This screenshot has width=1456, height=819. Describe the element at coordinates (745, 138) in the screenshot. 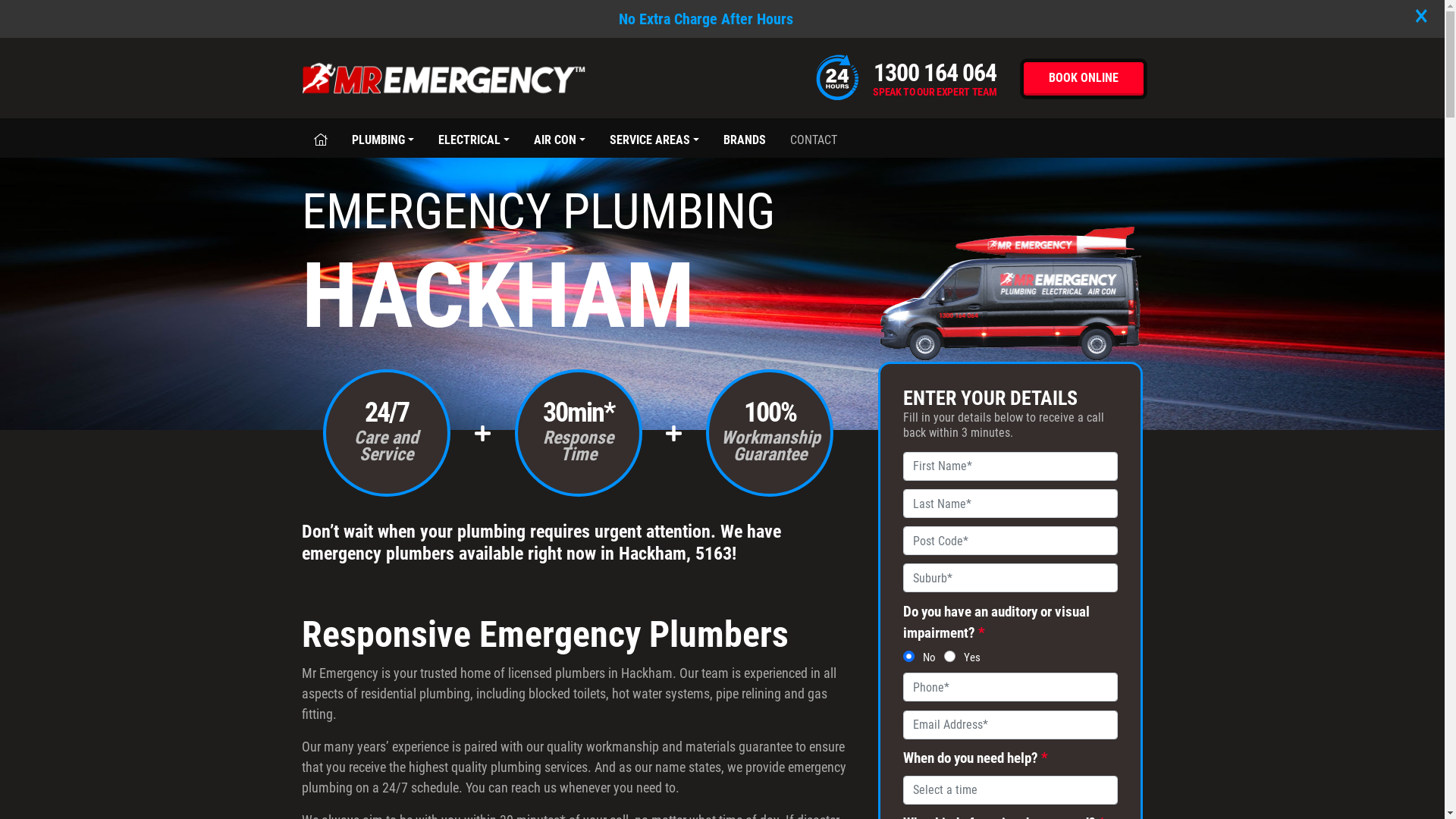

I see `'BRANDS'` at that location.